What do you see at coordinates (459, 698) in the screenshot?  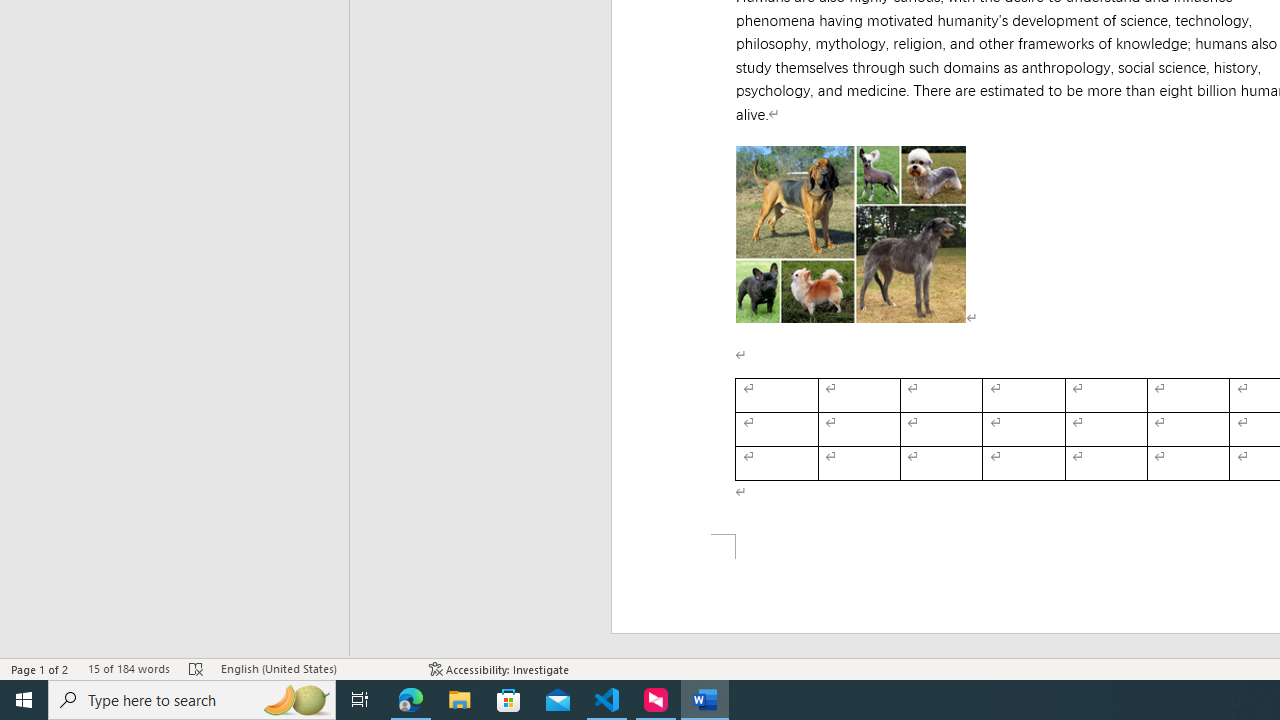 I see `'File Explorer'` at bounding box center [459, 698].